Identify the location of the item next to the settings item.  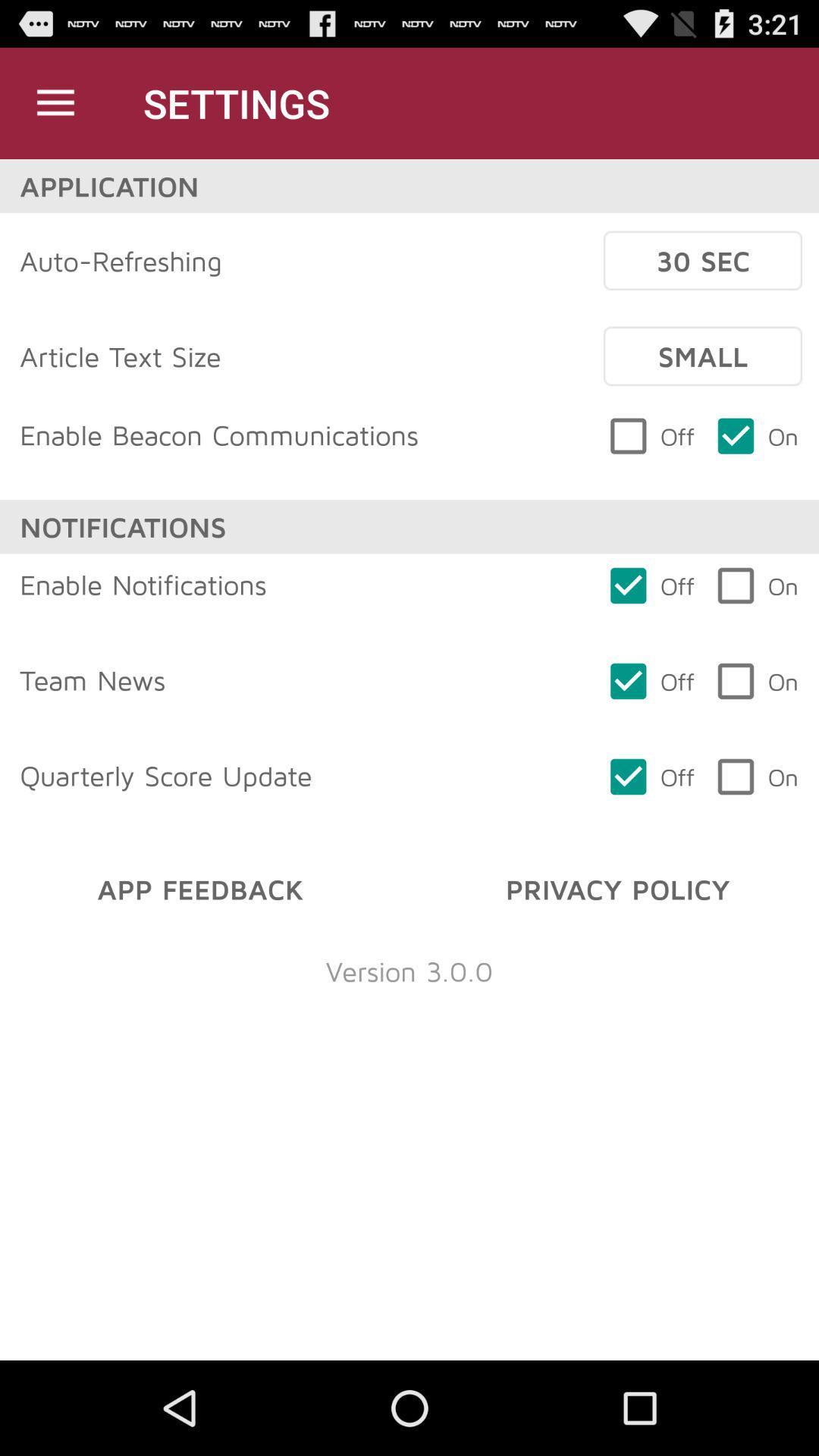
(55, 102).